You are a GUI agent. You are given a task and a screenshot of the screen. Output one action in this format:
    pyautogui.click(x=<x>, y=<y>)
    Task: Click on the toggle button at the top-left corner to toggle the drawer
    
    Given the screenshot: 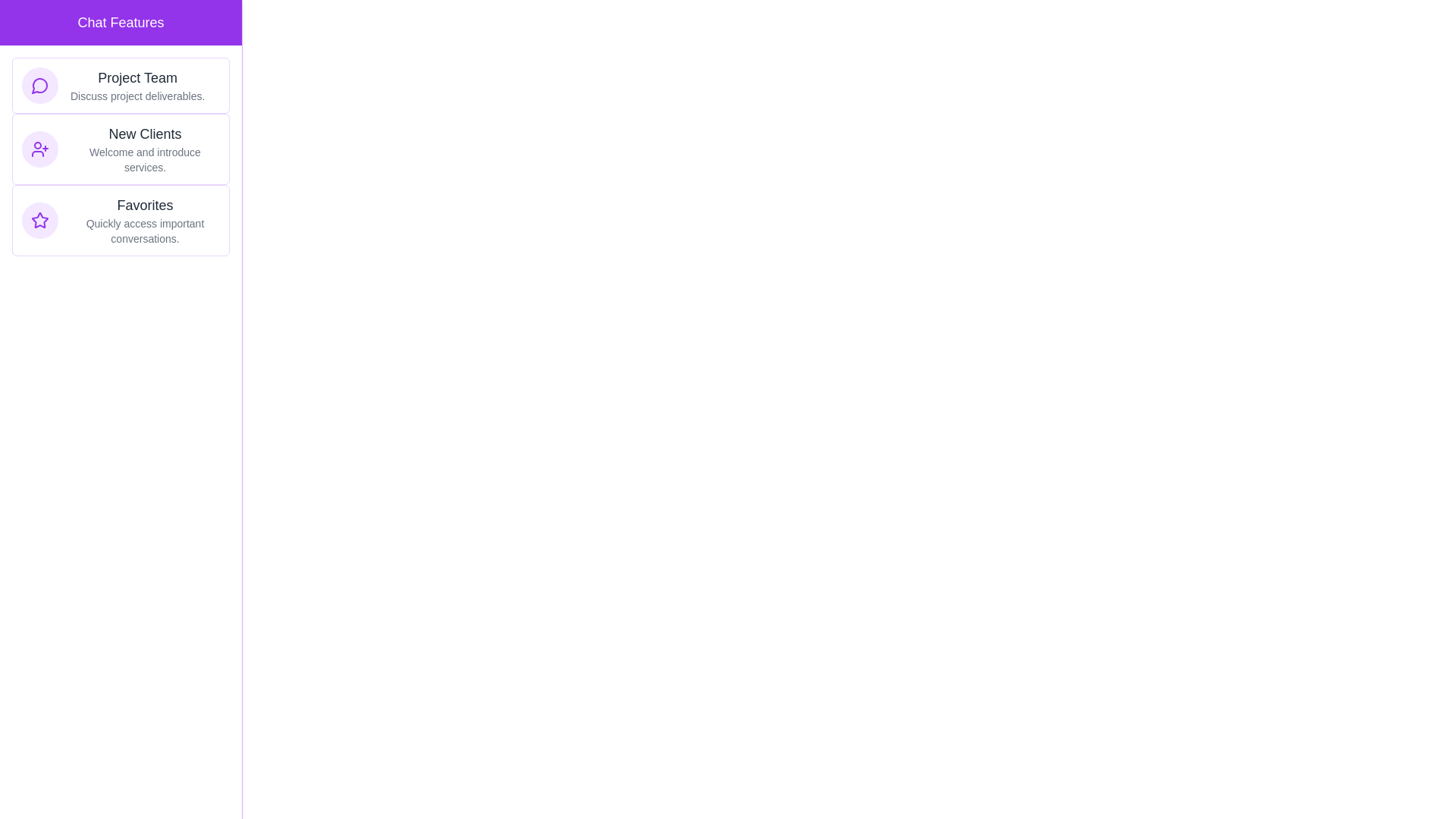 What is the action you would take?
    pyautogui.click(x=30, y=30)
    